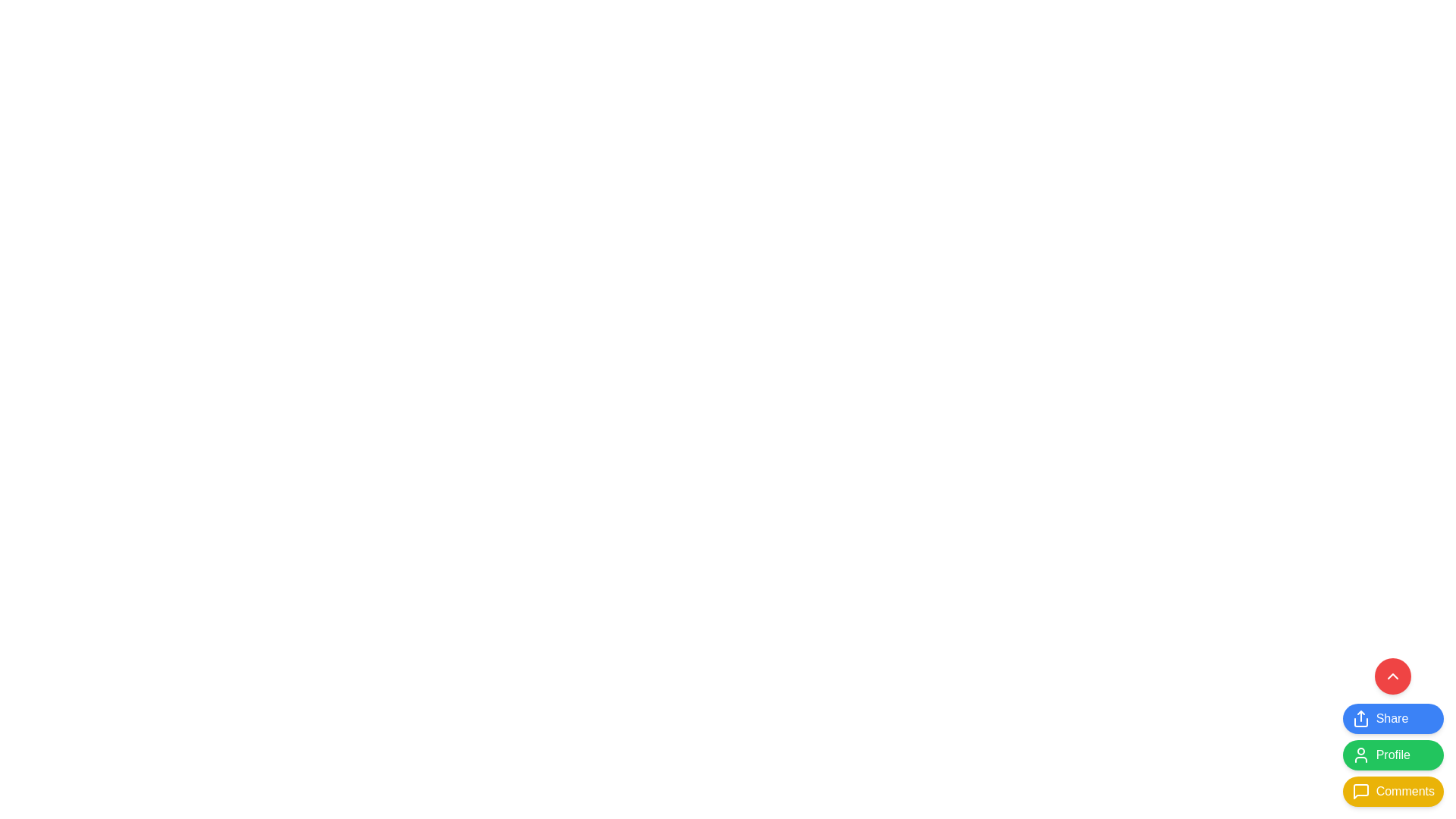 Image resolution: width=1456 pixels, height=819 pixels. Describe the element at coordinates (1360, 791) in the screenshot. I see `the small, square-shaped SVG icon resembling a chat bubble with a yellow fill and black outline, which is part of the 'Comments' button located at the bottom-right corner of the interface` at that location.